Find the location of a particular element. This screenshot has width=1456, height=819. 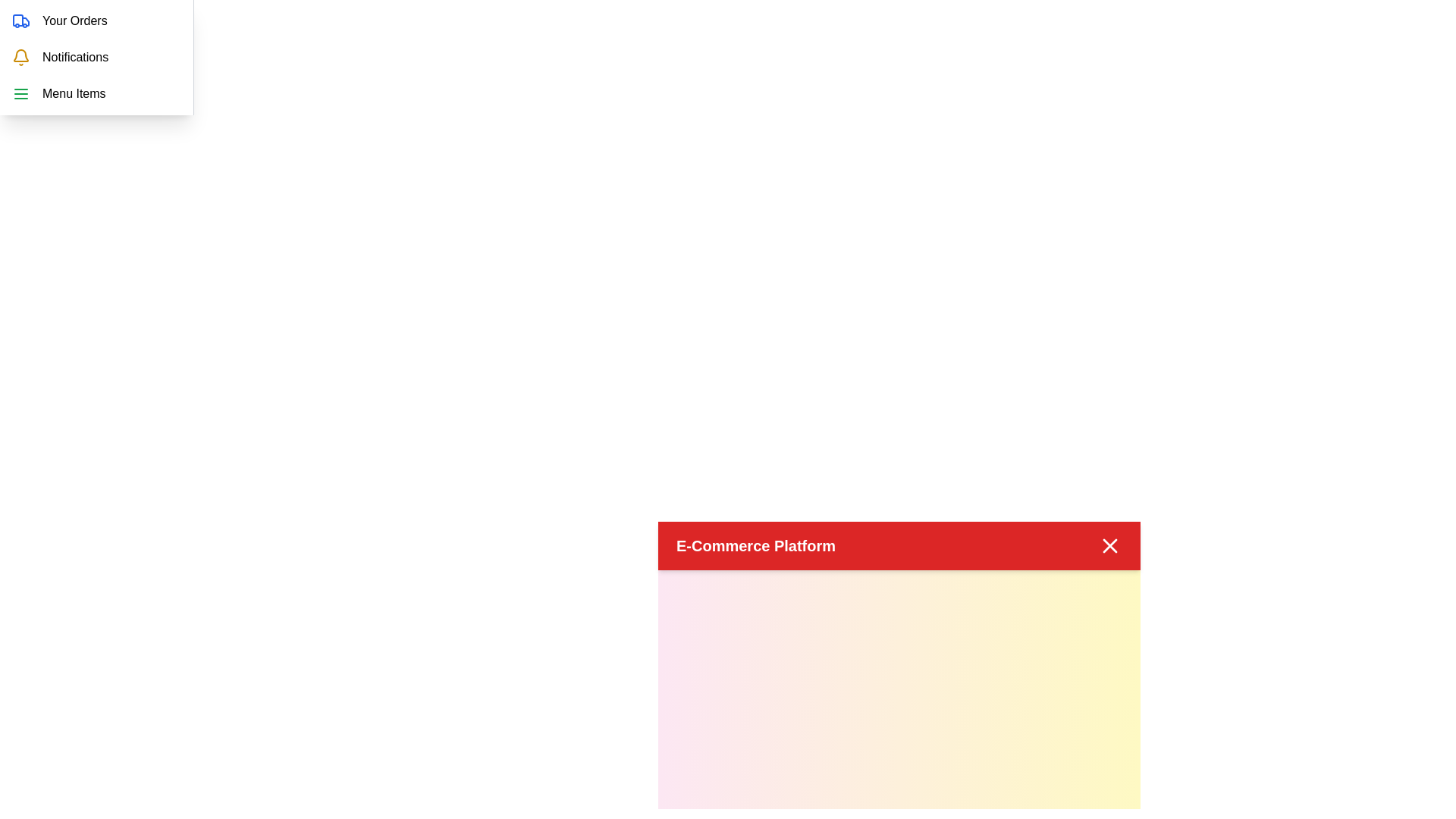

the leftmost icon in the 'Menu Items' group is located at coordinates (21, 93).